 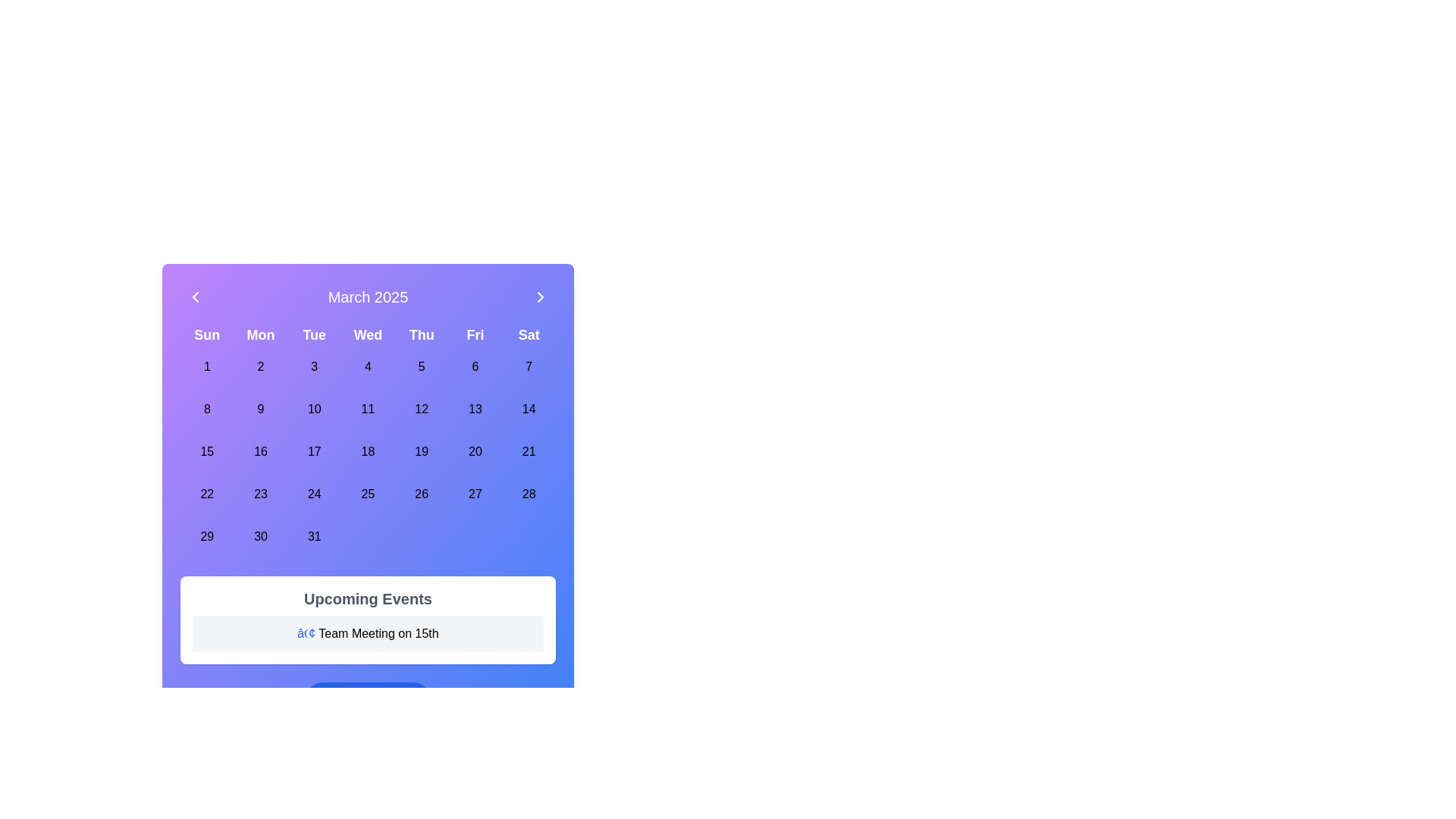 What do you see at coordinates (541, 297) in the screenshot?
I see `the right-pointing chevron icon in the top-right section of the calendar interface` at bounding box center [541, 297].